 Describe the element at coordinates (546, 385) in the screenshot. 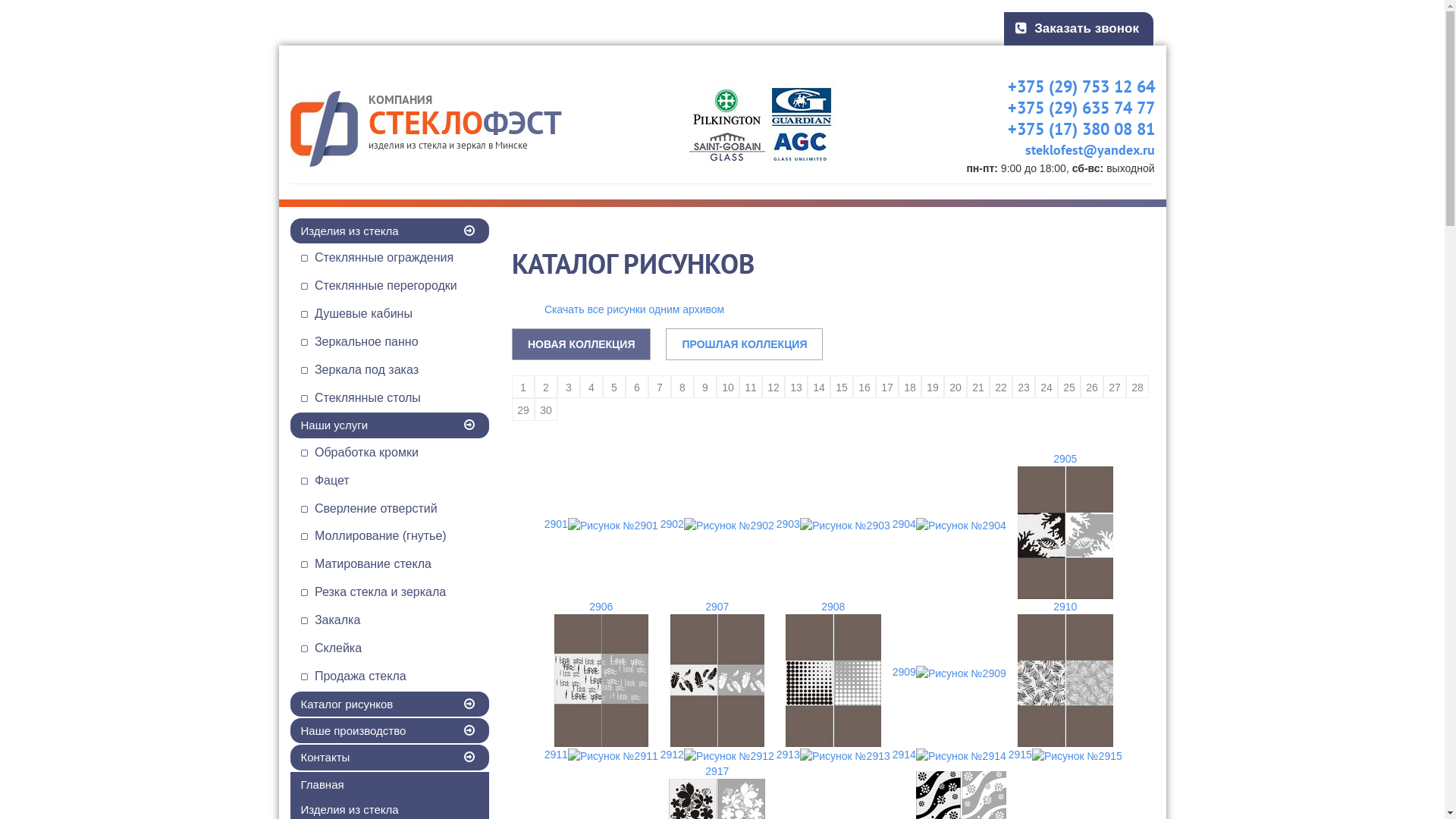

I see `'2'` at that location.